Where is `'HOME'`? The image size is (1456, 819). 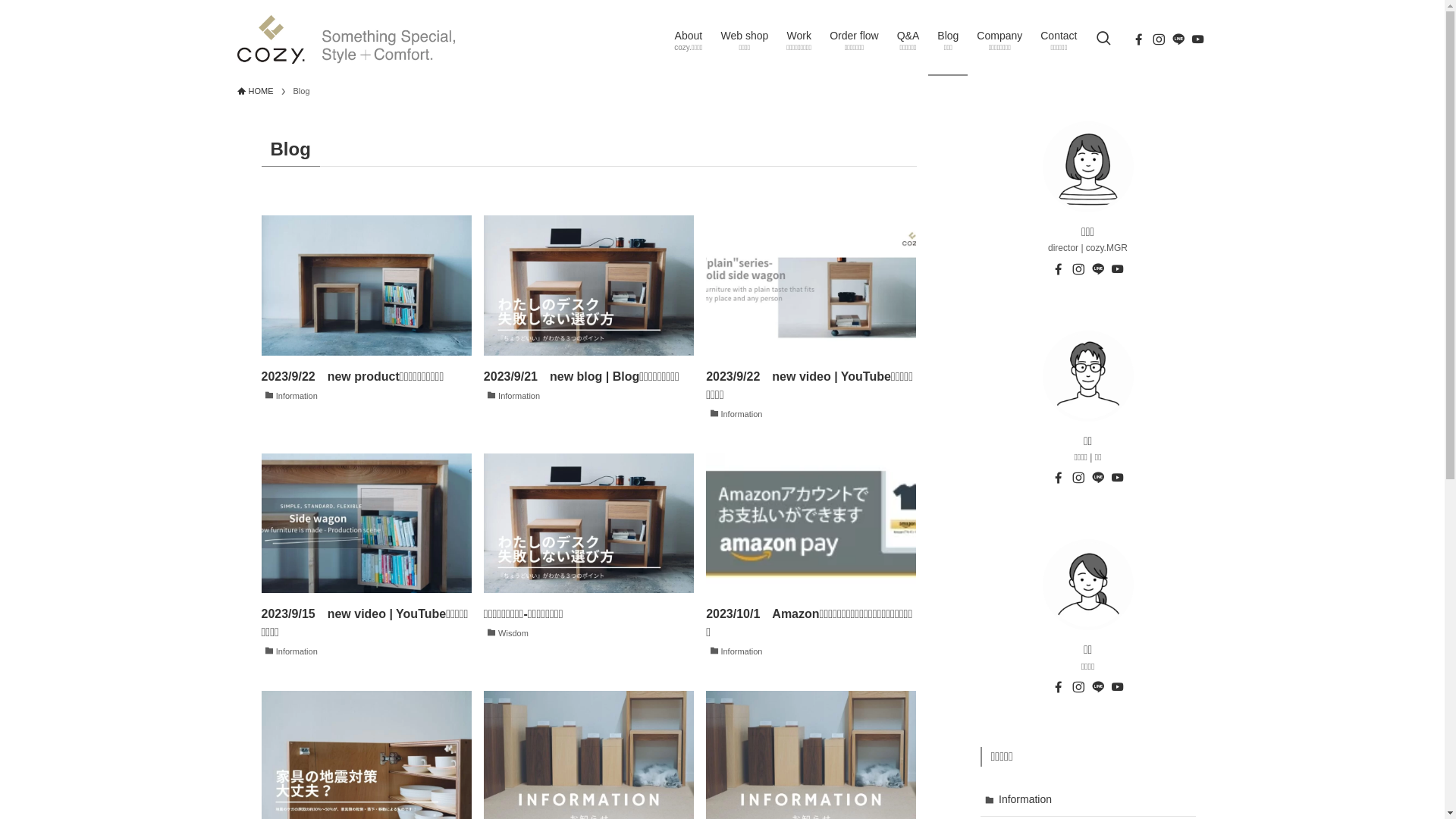
'HOME' is located at coordinates (255, 91).